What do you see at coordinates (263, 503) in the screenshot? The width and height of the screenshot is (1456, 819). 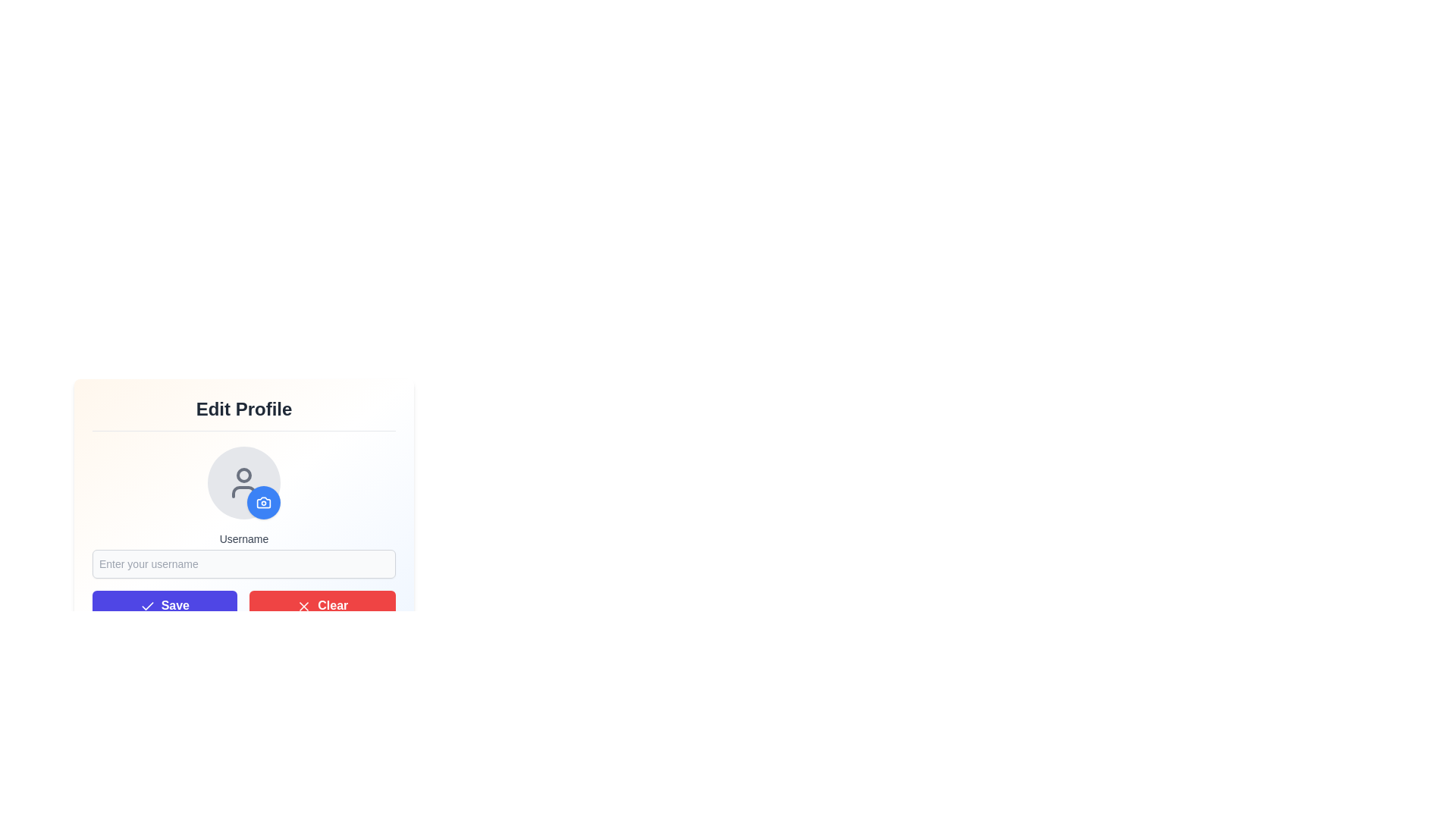 I see `the circular blue button with a white camera icon located at the bottom-right of the profile picture placeholder in the Edit Profile section` at bounding box center [263, 503].